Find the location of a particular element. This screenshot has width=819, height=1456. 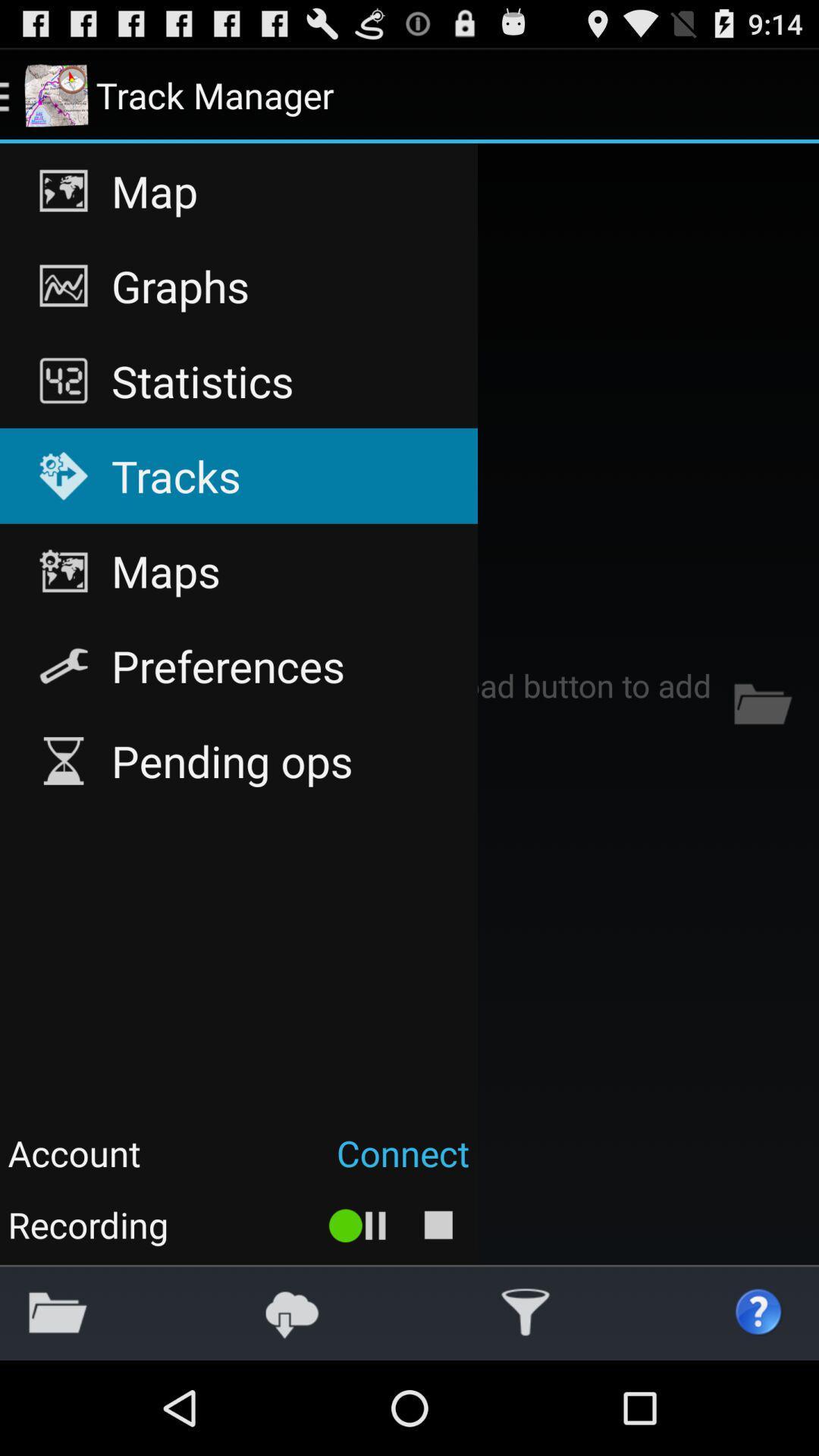

item at the center is located at coordinates (409, 703).